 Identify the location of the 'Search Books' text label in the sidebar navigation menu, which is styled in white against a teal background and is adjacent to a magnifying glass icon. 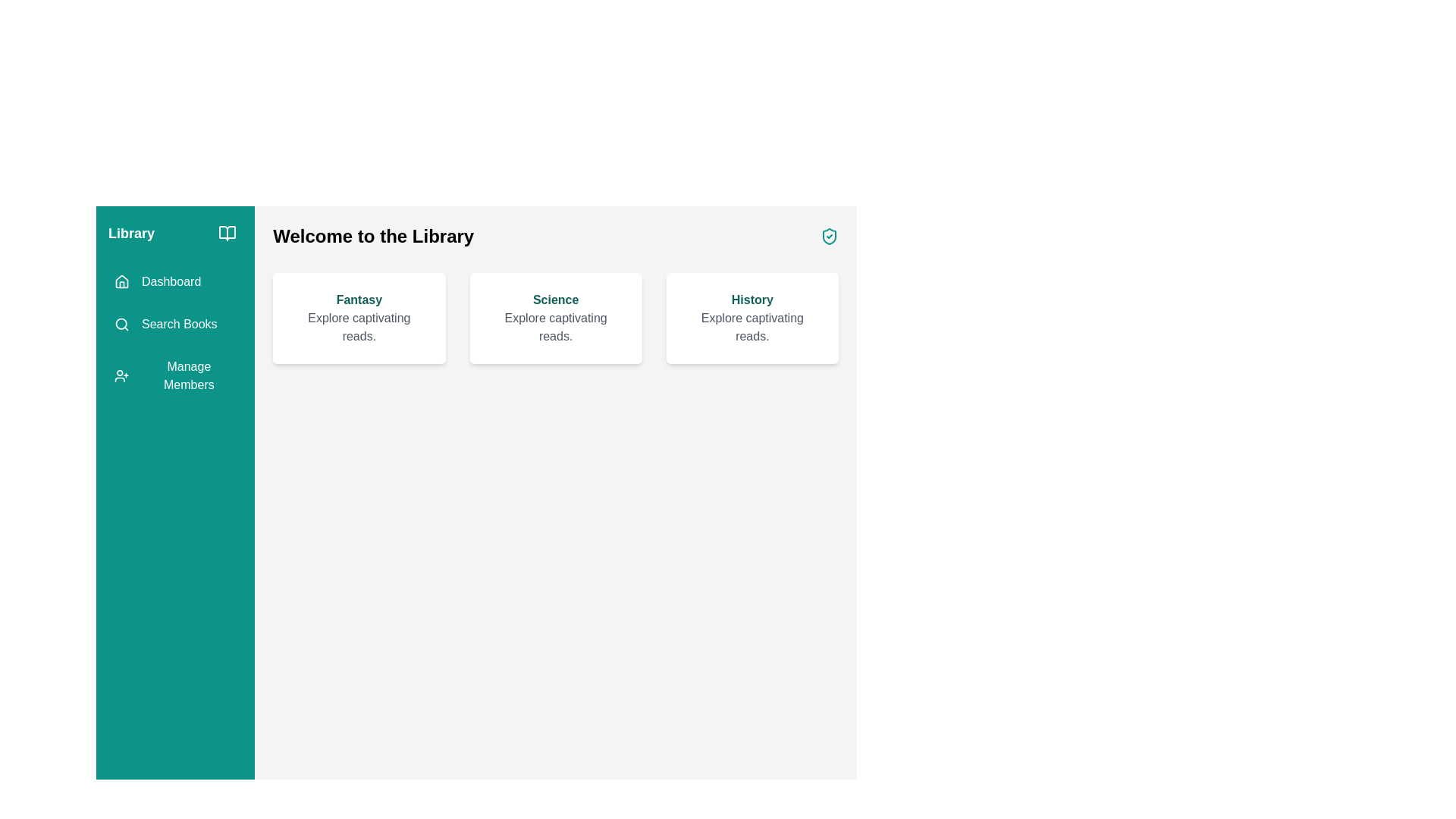
(179, 324).